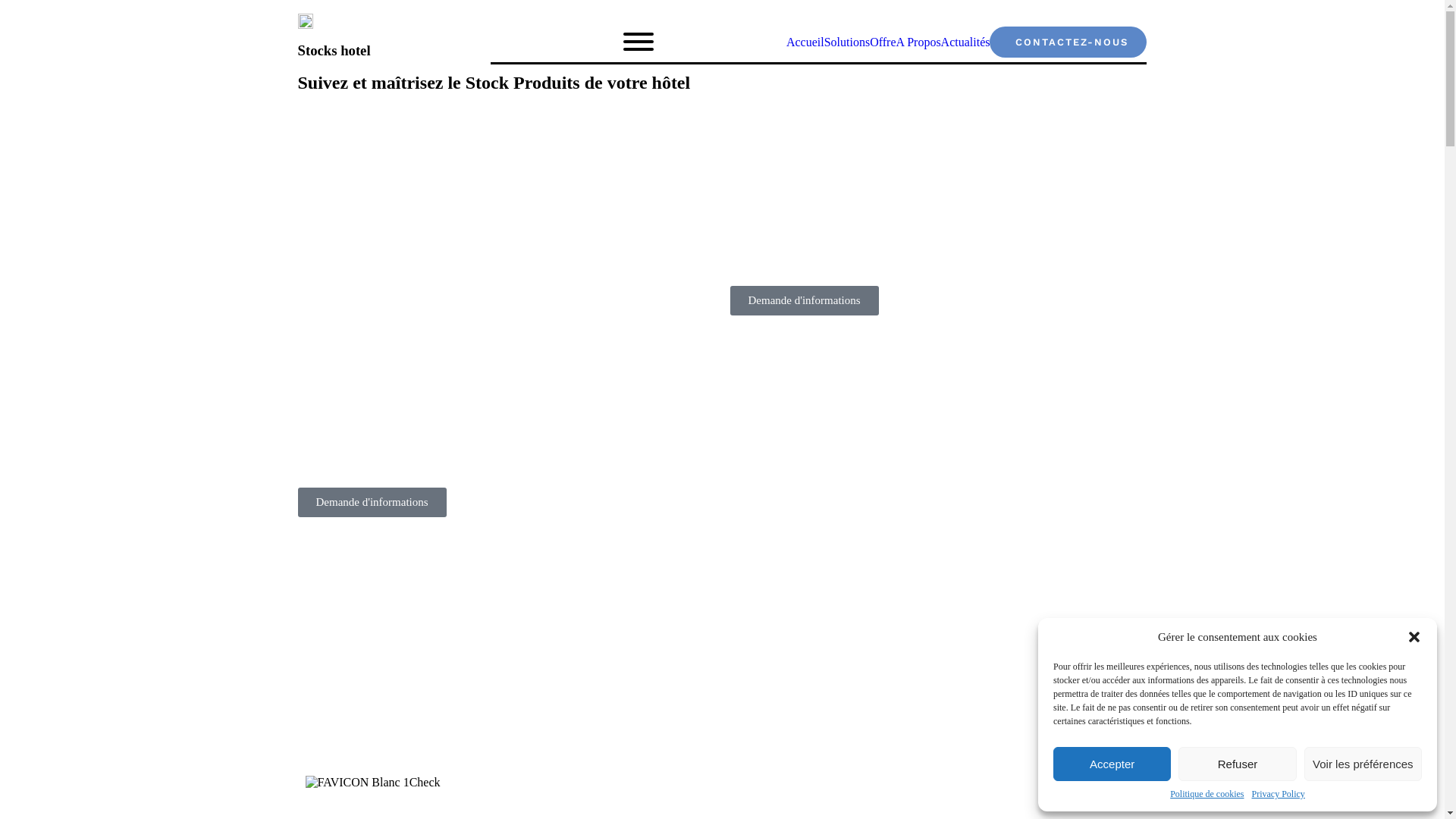  What do you see at coordinates (803, 300) in the screenshot?
I see `'Demande d'informations'` at bounding box center [803, 300].